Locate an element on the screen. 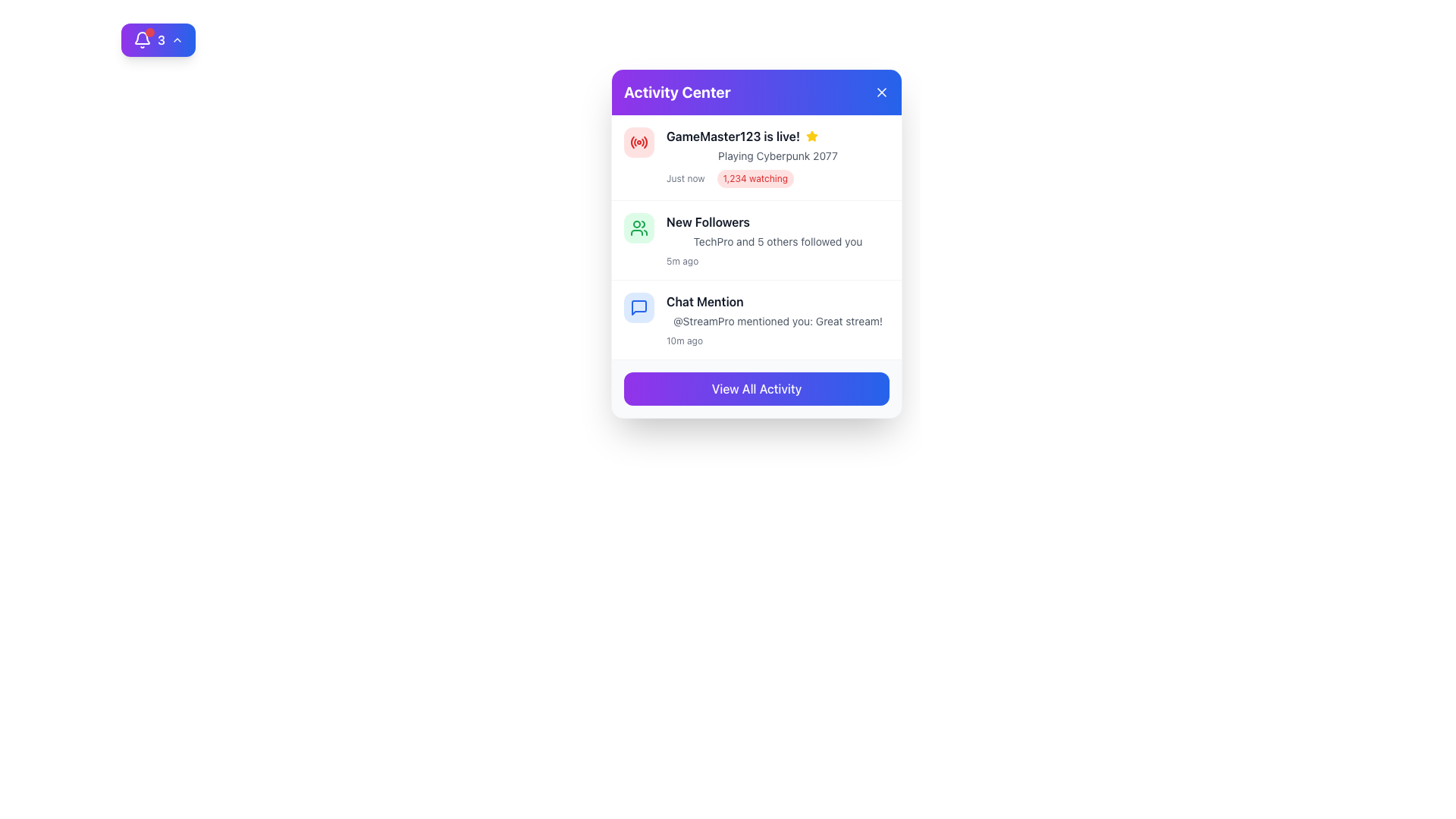 The height and width of the screenshot is (819, 1456). the green SVG icon representing a group of users, located in the second row of the activity feed next to the 'New Followers' text is located at coordinates (639, 227).